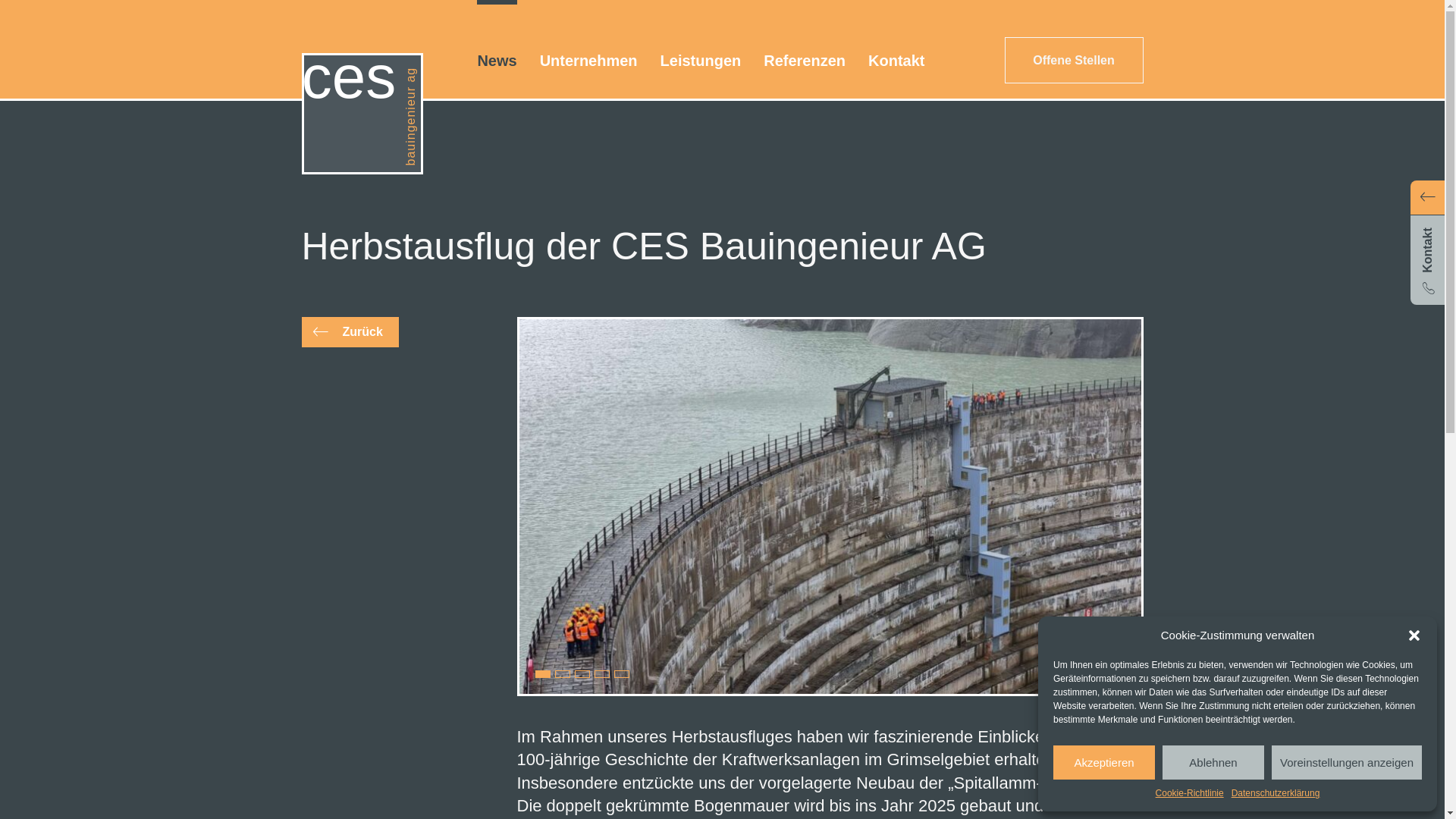  Describe the element at coordinates (562, 673) in the screenshot. I see `'2'` at that location.